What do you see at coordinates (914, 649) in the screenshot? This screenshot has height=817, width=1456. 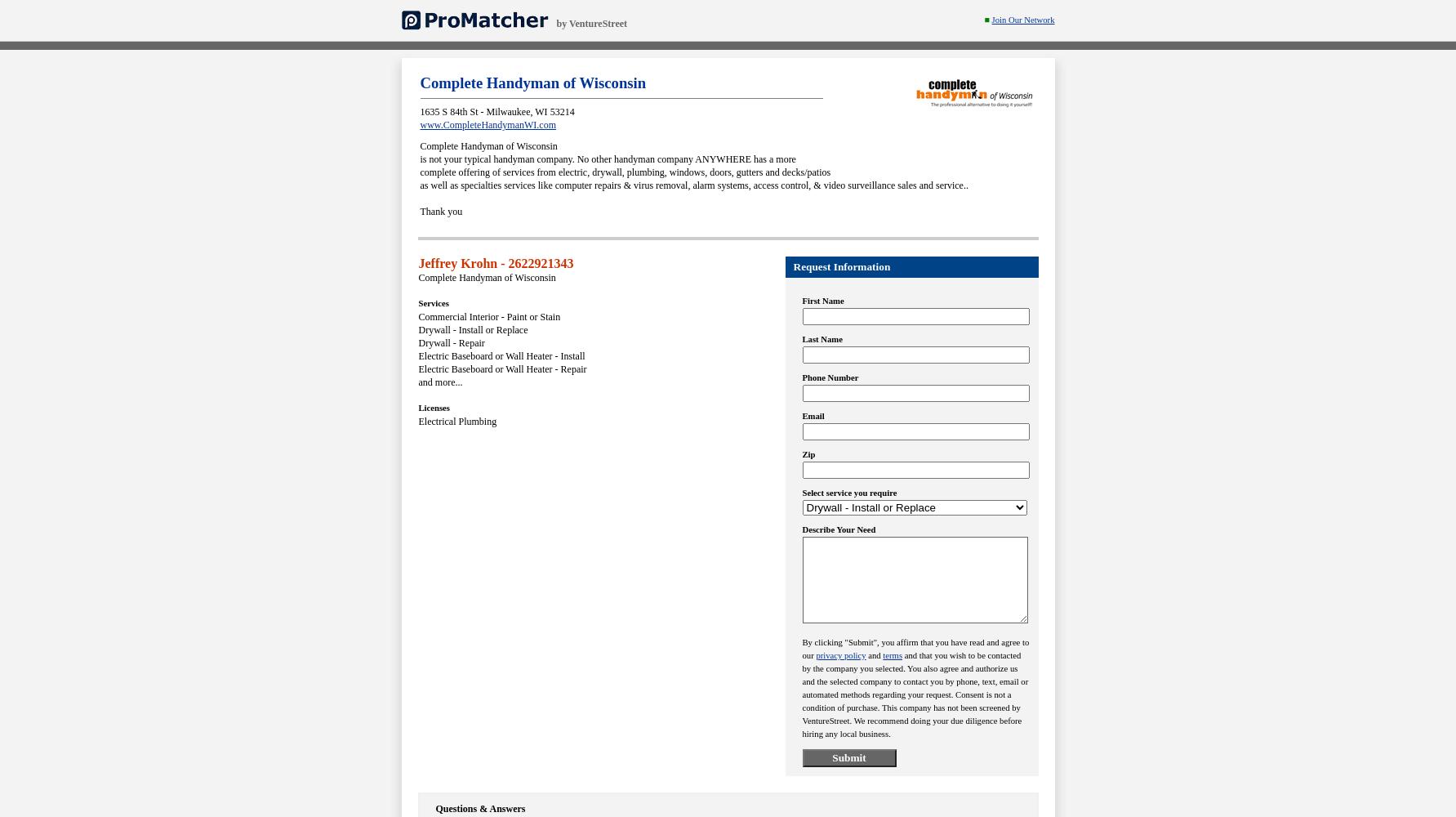 I see `'By clicking "Submit", you affirm that you have read and agree to our'` at bounding box center [914, 649].